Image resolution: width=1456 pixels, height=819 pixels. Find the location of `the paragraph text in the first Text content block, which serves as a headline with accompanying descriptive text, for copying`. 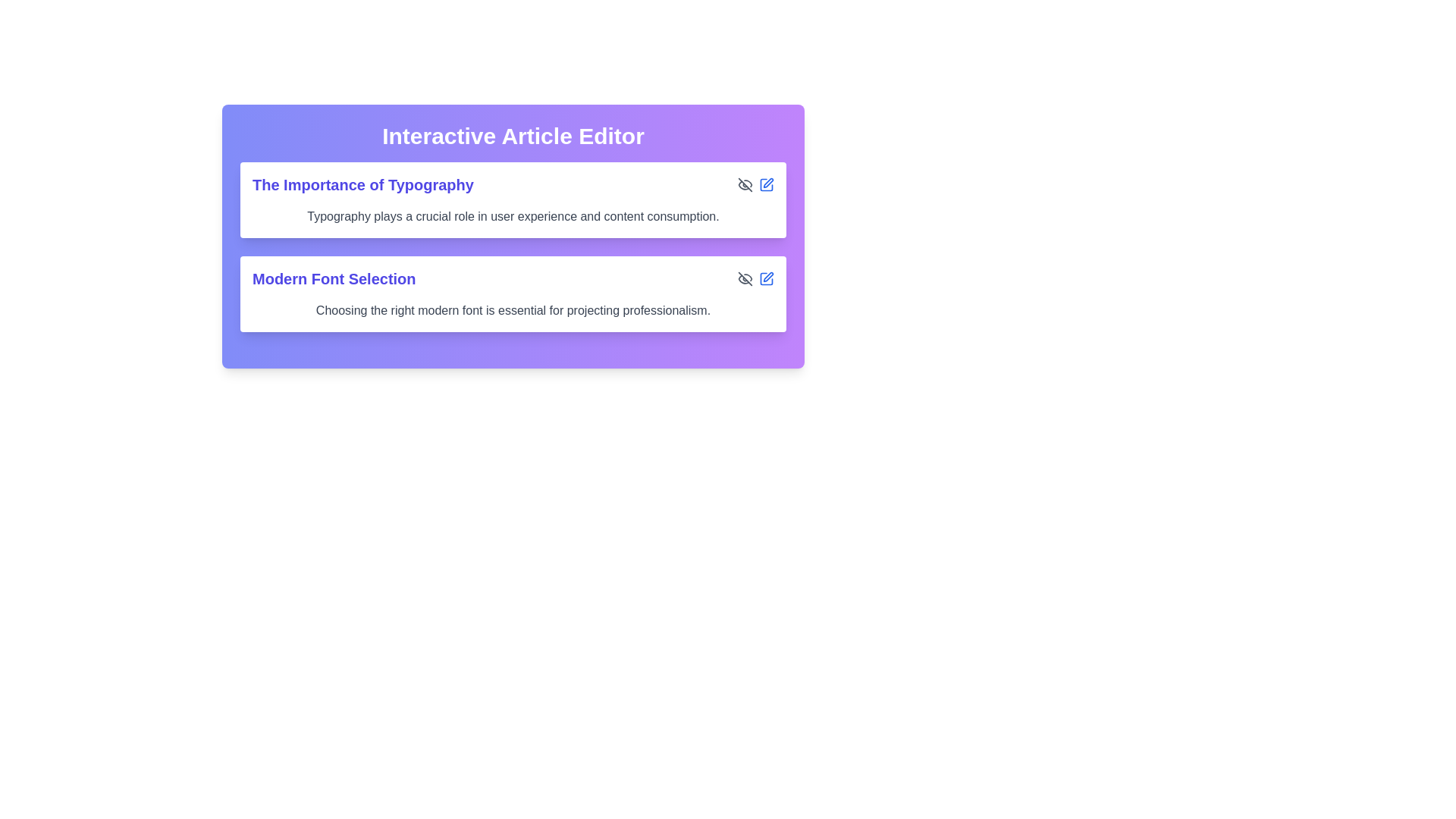

the paragraph text in the first Text content block, which serves as a headline with accompanying descriptive text, for copying is located at coordinates (513, 199).